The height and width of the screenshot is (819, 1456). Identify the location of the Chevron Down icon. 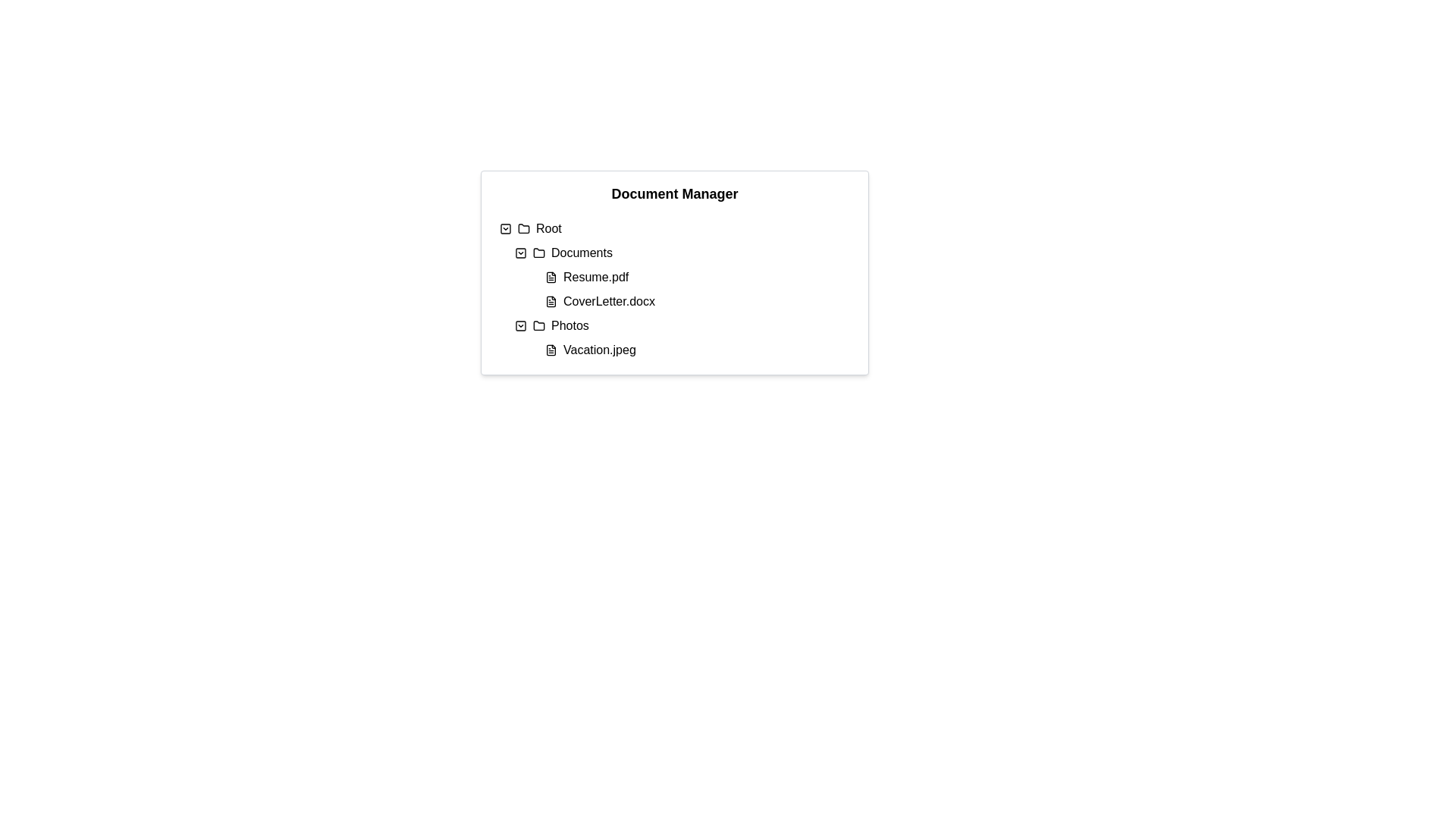
(520, 325).